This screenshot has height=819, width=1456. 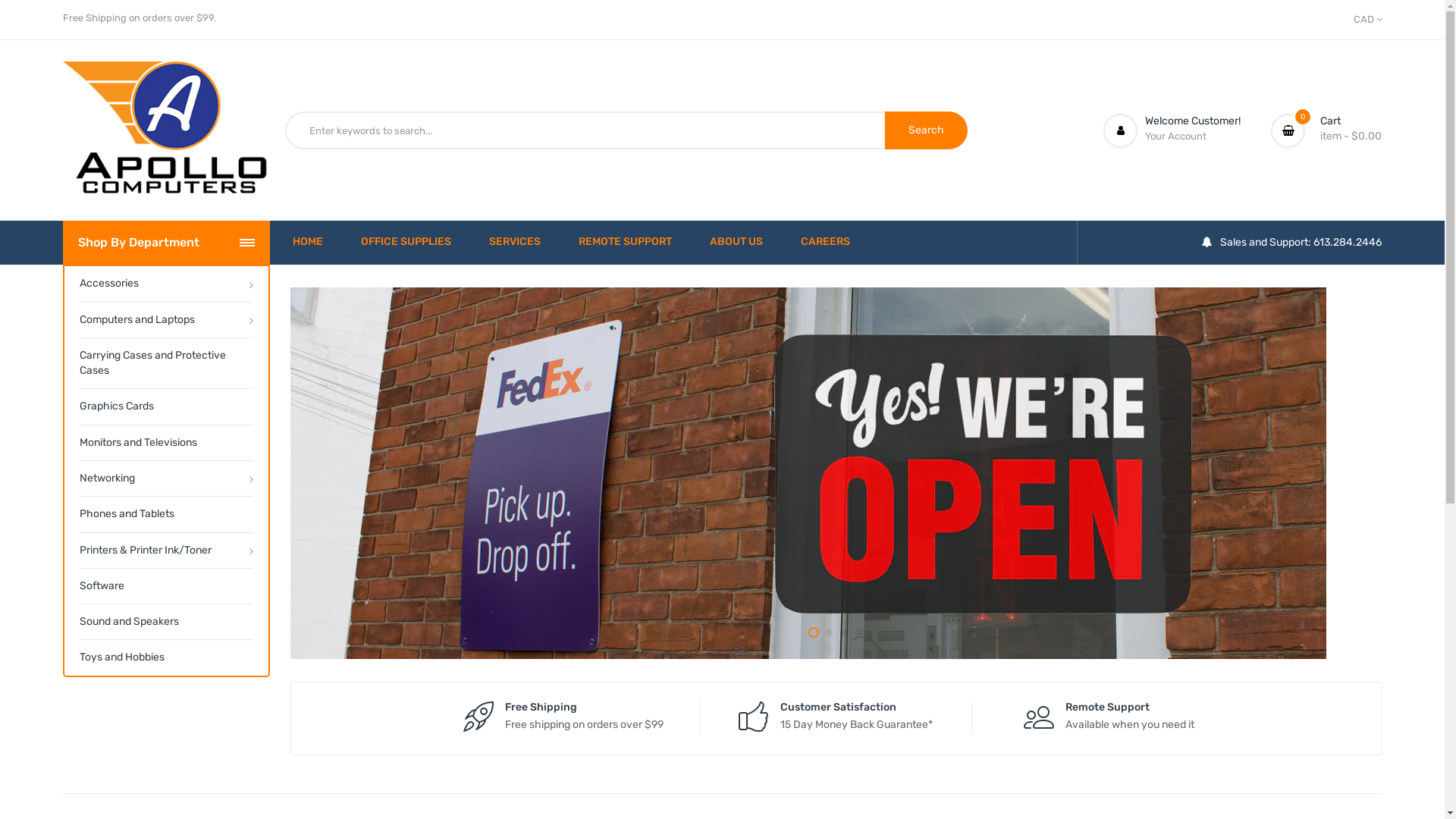 I want to click on 'HOME', so click(x=292, y=241).